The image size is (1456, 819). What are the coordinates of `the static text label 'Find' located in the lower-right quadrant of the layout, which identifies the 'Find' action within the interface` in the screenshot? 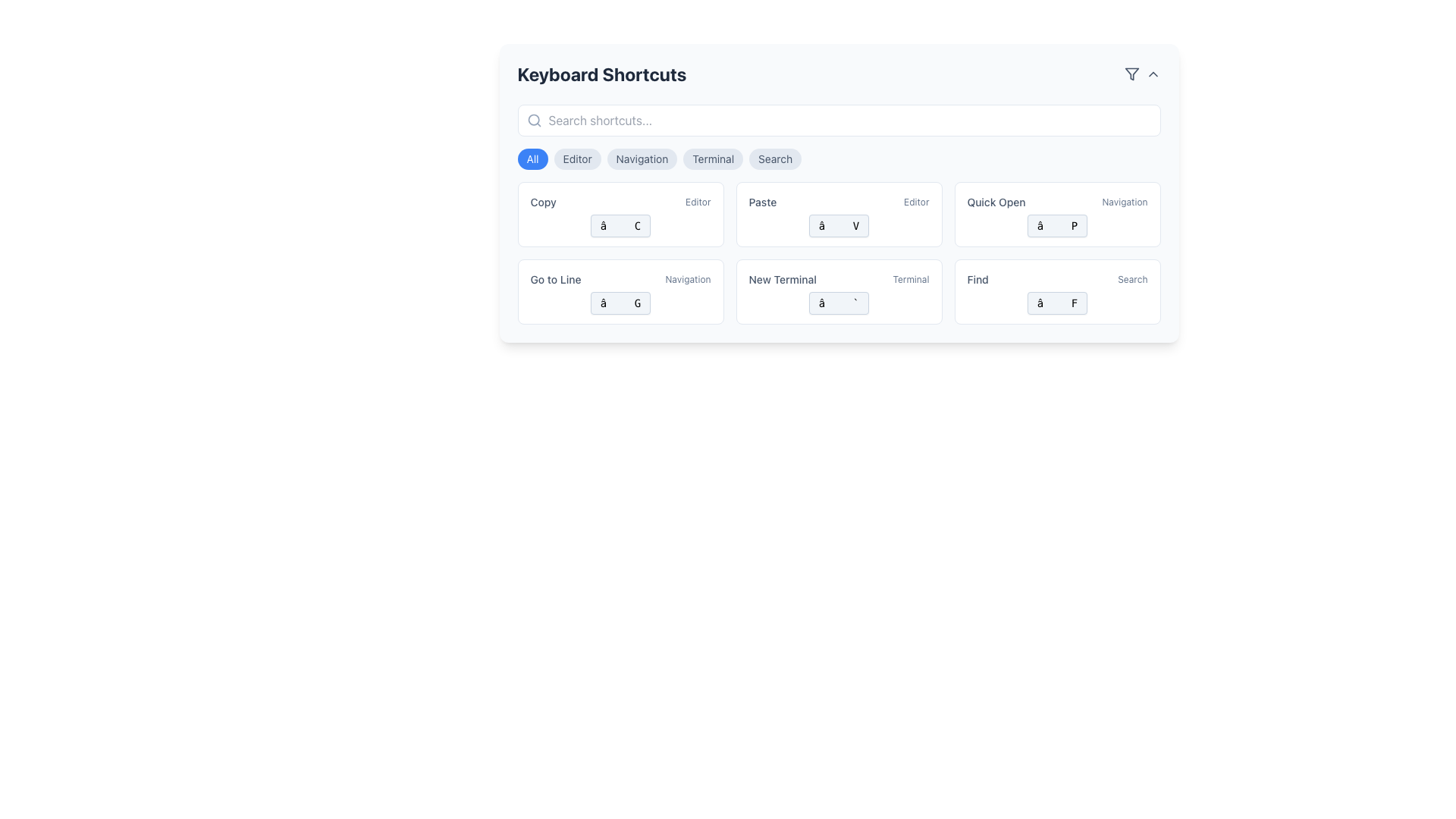 It's located at (977, 280).